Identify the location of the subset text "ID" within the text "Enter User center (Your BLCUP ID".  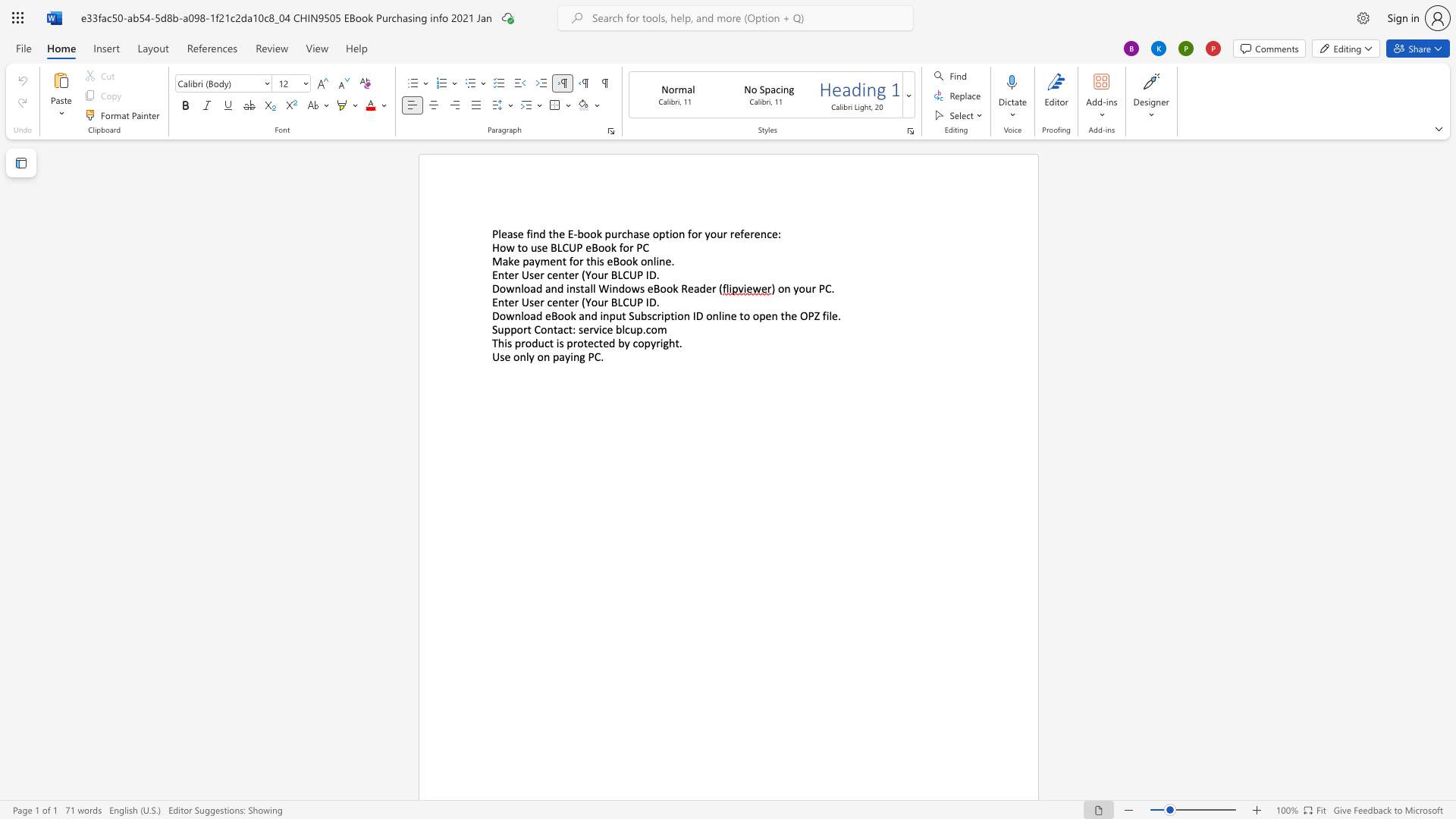
(645, 302).